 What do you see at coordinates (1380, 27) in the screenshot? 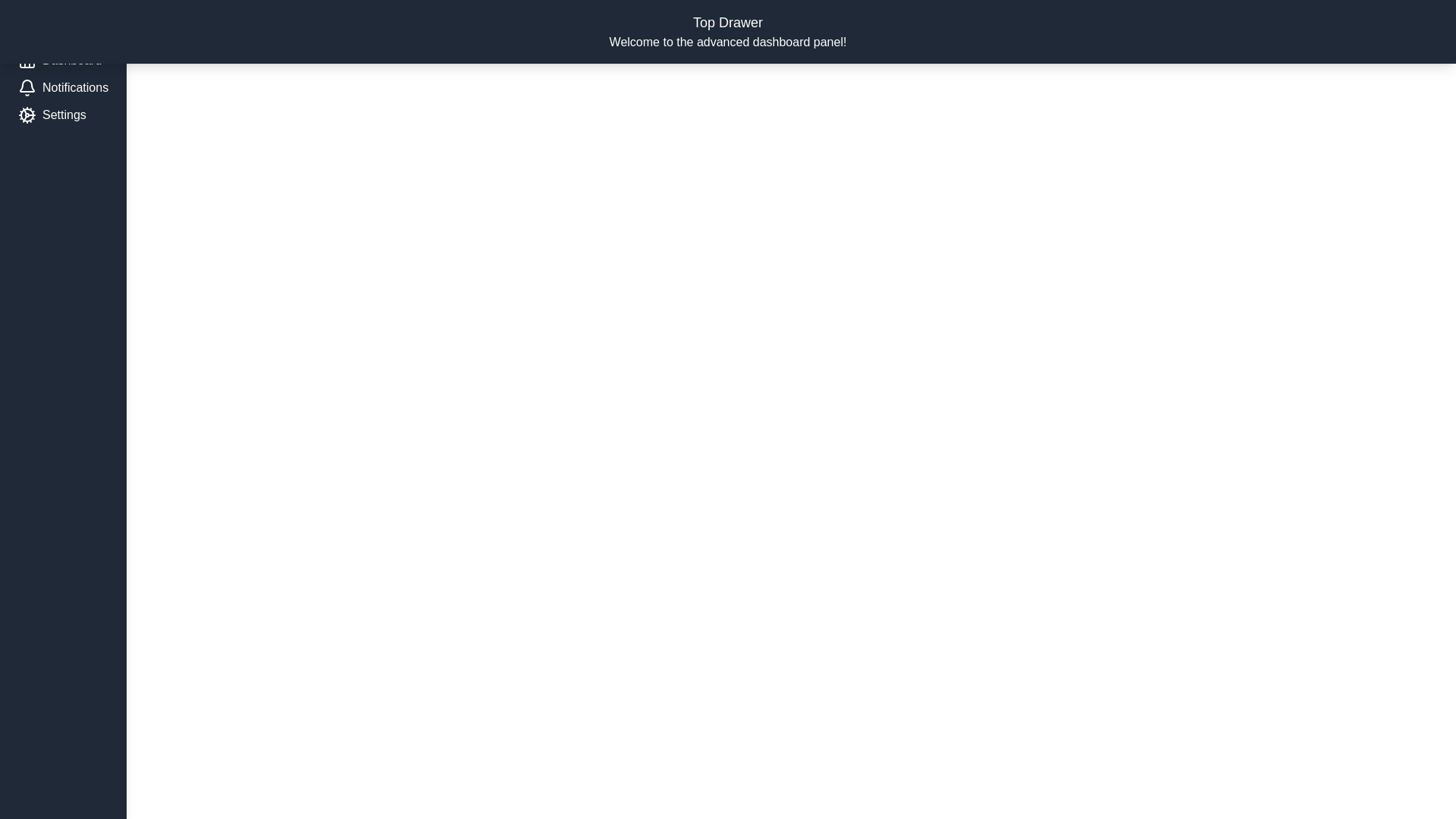
I see `'Toggle Top Drawer' button to toggle the top drawer's open/close state` at bounding box center [1380, 27].